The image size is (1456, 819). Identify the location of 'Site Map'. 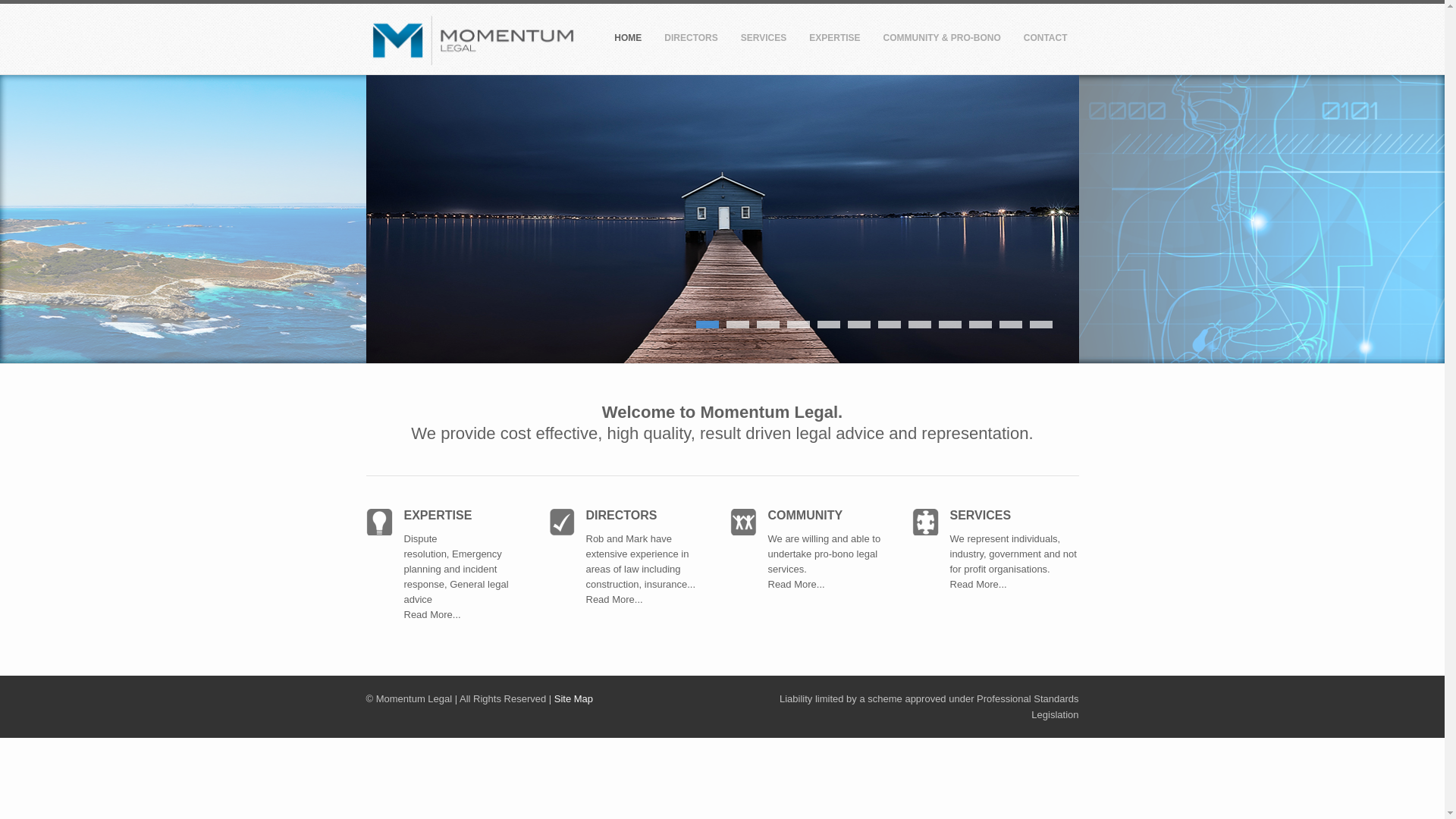
(573, 698).